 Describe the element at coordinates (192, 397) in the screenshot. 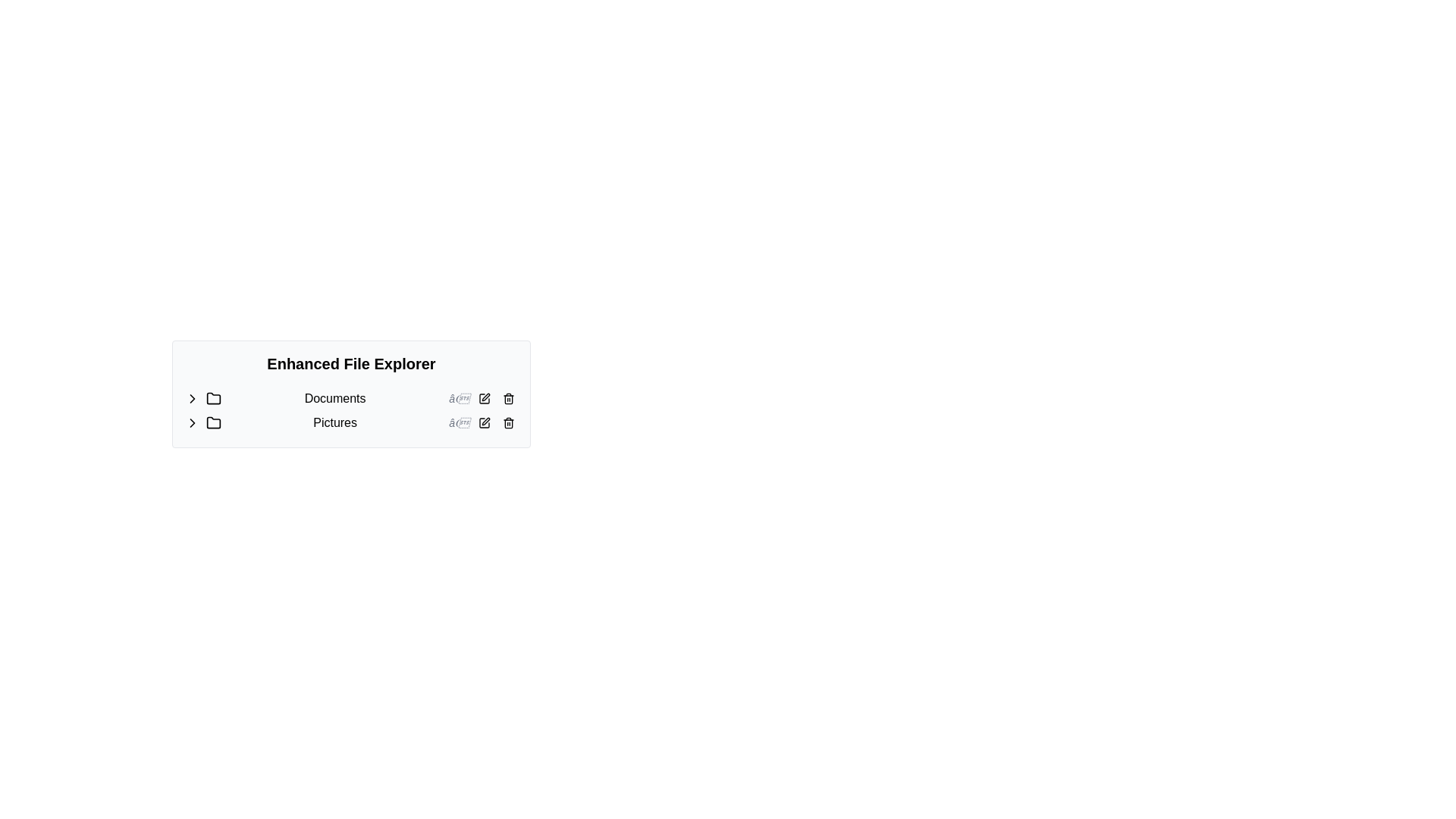

I see `the right-pointing chevron icon located in the navigation section` at that location.